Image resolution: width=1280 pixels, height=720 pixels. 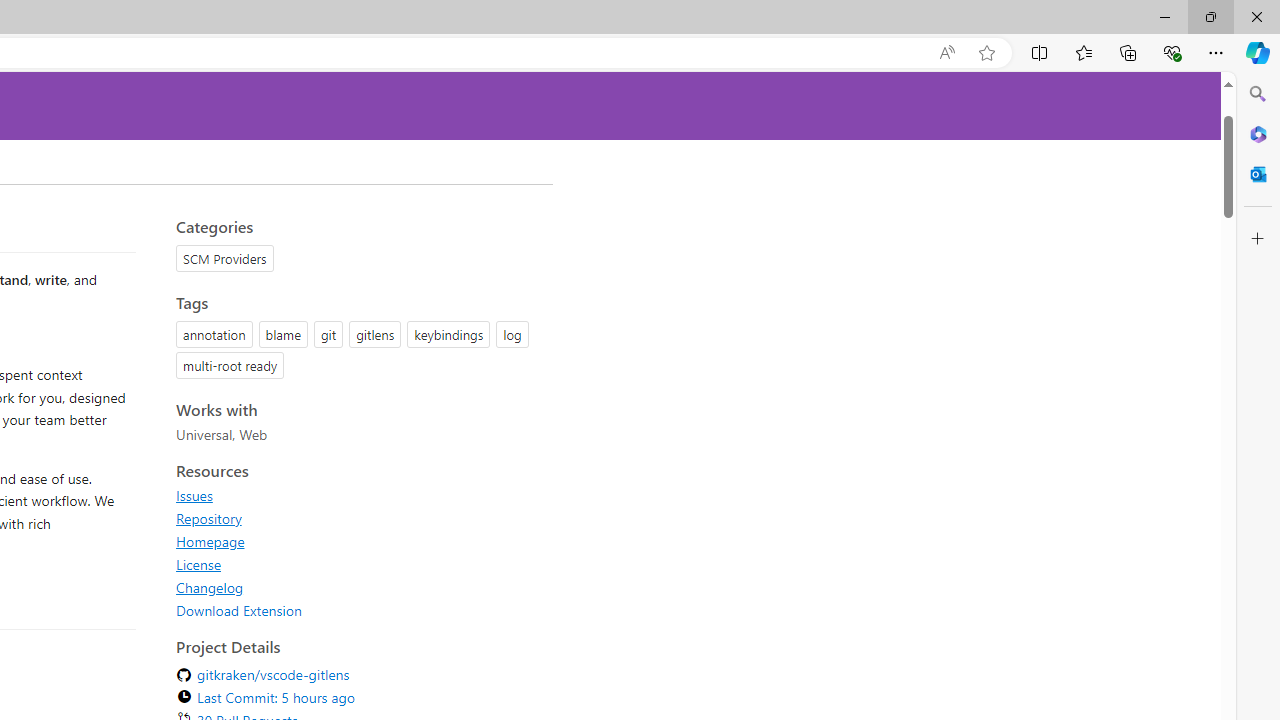 What do you see at coordinates (1257, 51) in the screenshot?
I see `'Copilot (Ctrl+Shift+.)'` at bounding box center [1257, 51].